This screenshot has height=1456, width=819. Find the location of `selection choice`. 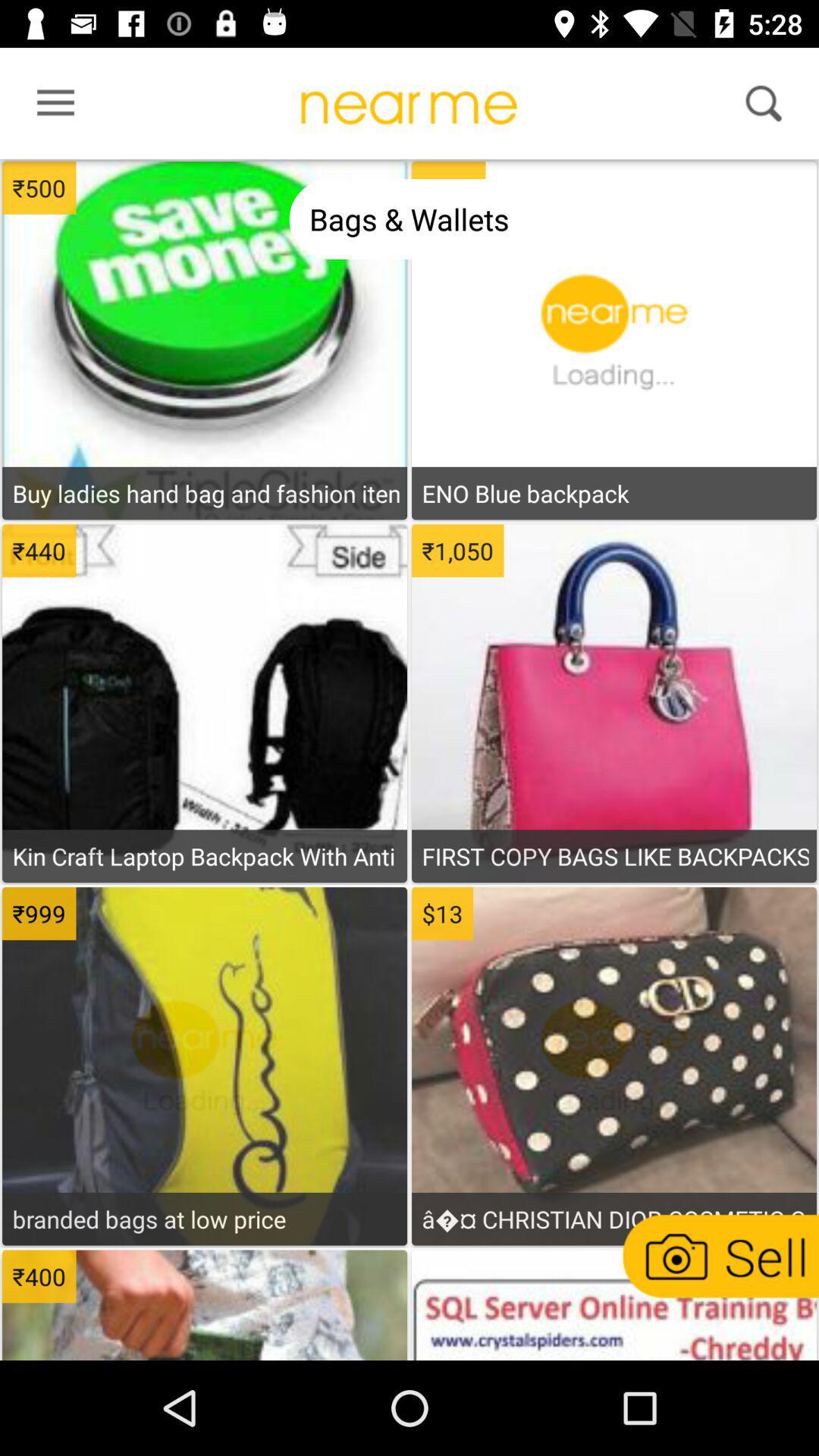

selection choice is located at coordinates (205, 274).